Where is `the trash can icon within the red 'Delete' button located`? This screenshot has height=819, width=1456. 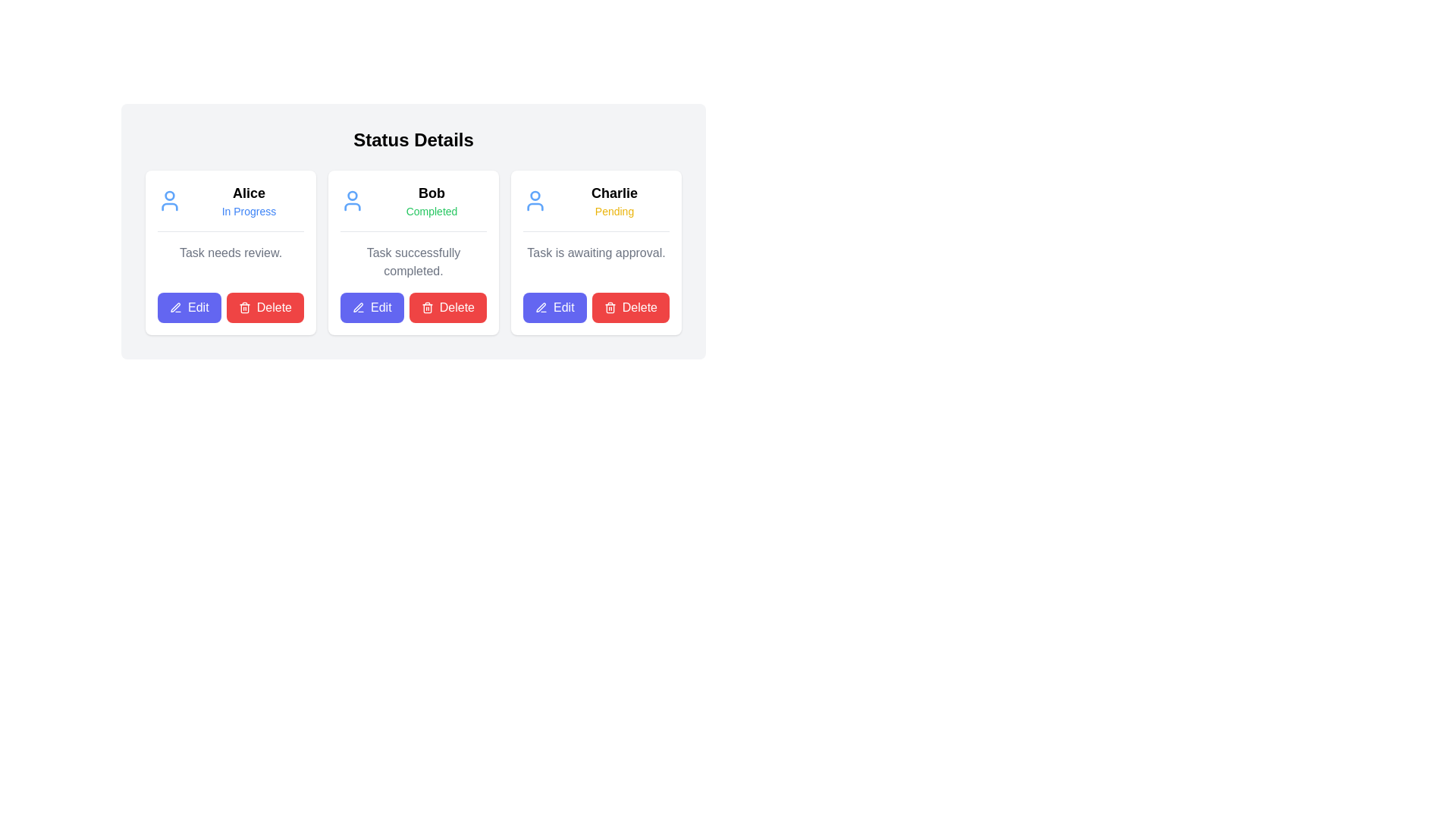 the trash can icon within the red 'Delete' button located is located at coordinates (610, 307).